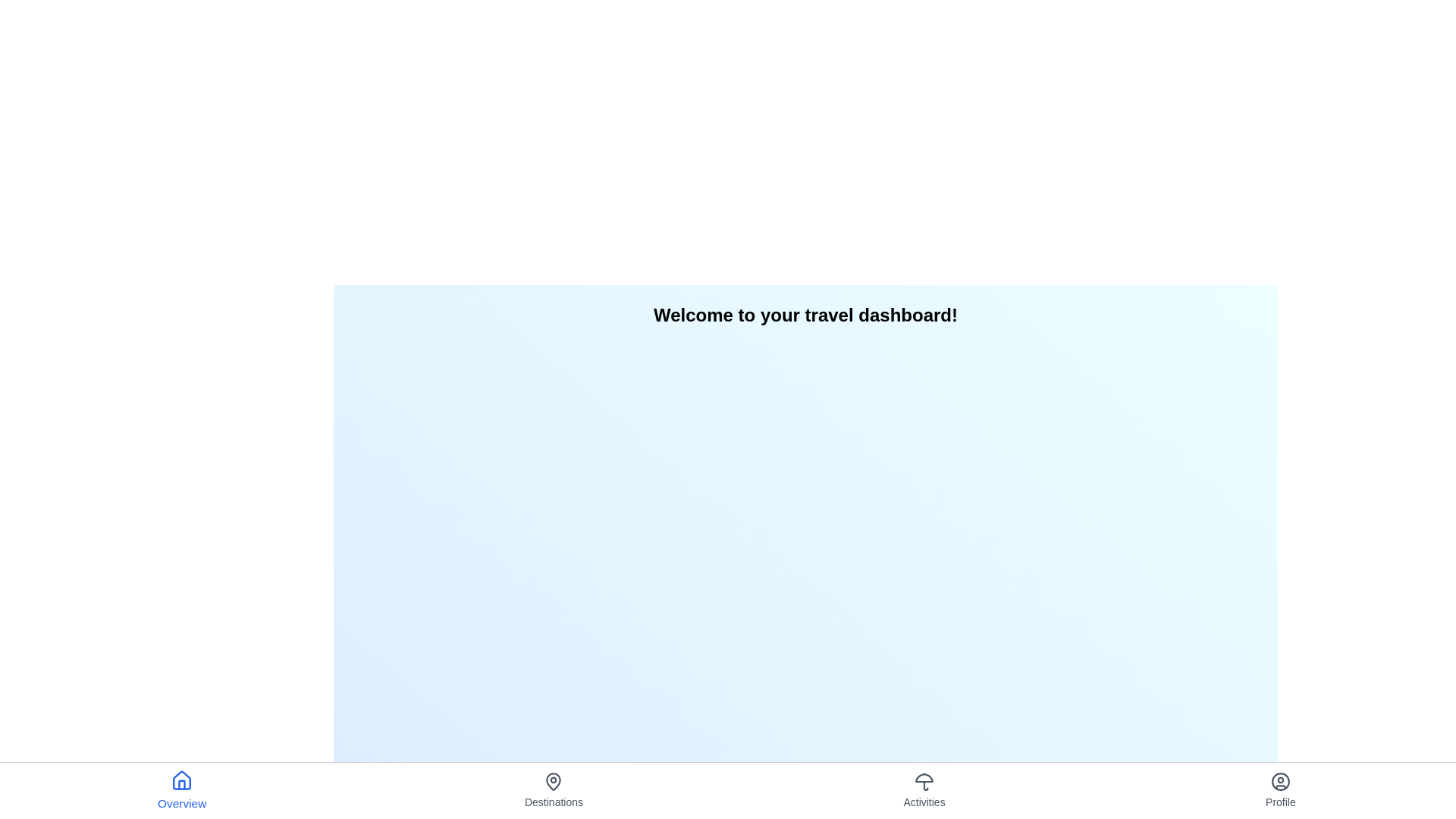  Describe the element at coordinates (553, 781) in the screenshot. I see `the gray map pin icon located in the center of the bottom navigation bar` at that location.